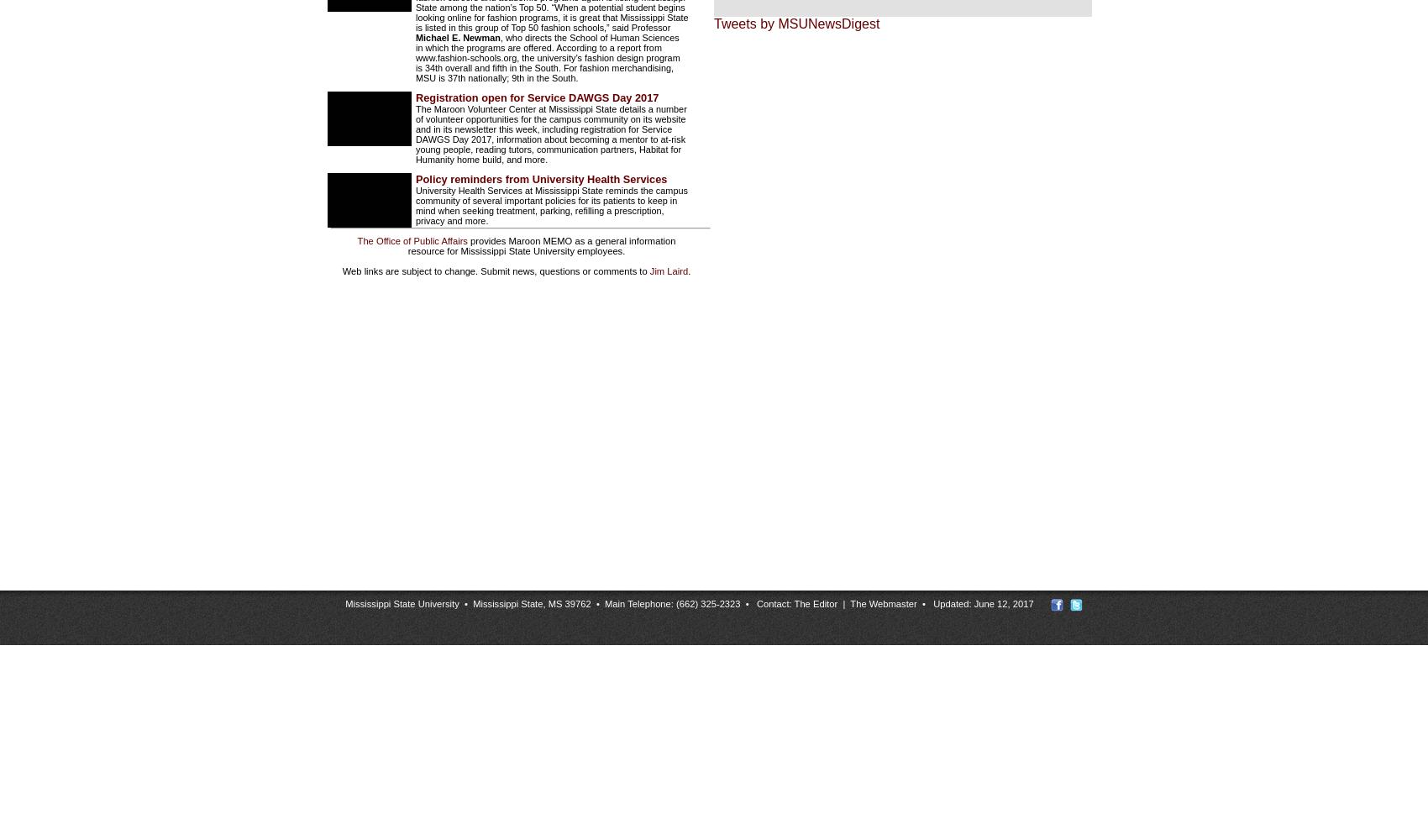 The height and width of the screenshot is (840, 1428). Describe the element at coordinates (648, 270) in the screenshot. I see `'Jim Laird'` at that location.